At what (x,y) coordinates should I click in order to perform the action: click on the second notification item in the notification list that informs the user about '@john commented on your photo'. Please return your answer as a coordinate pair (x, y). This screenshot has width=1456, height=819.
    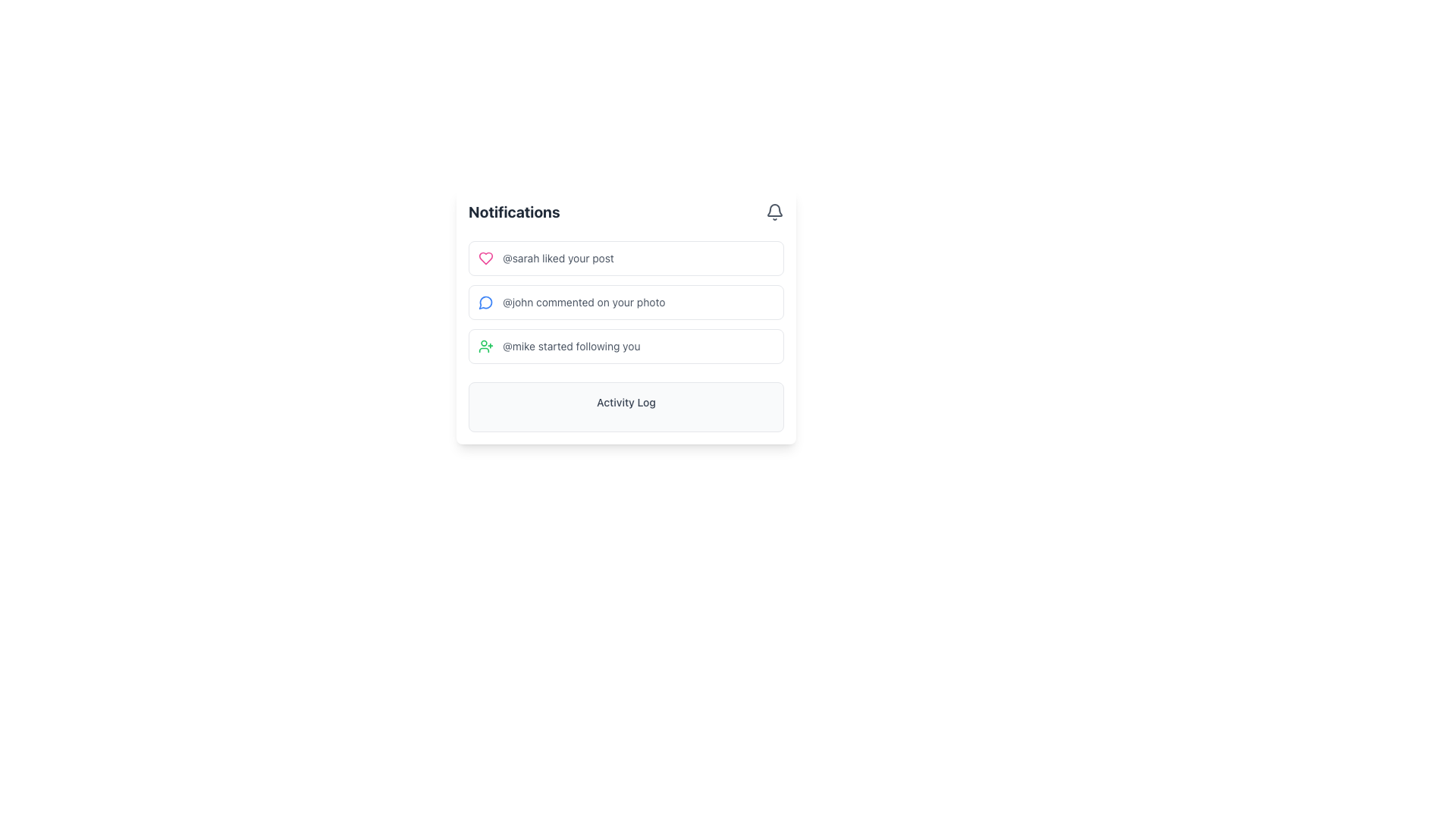
    Looking at the image, I should click on (626, 315).